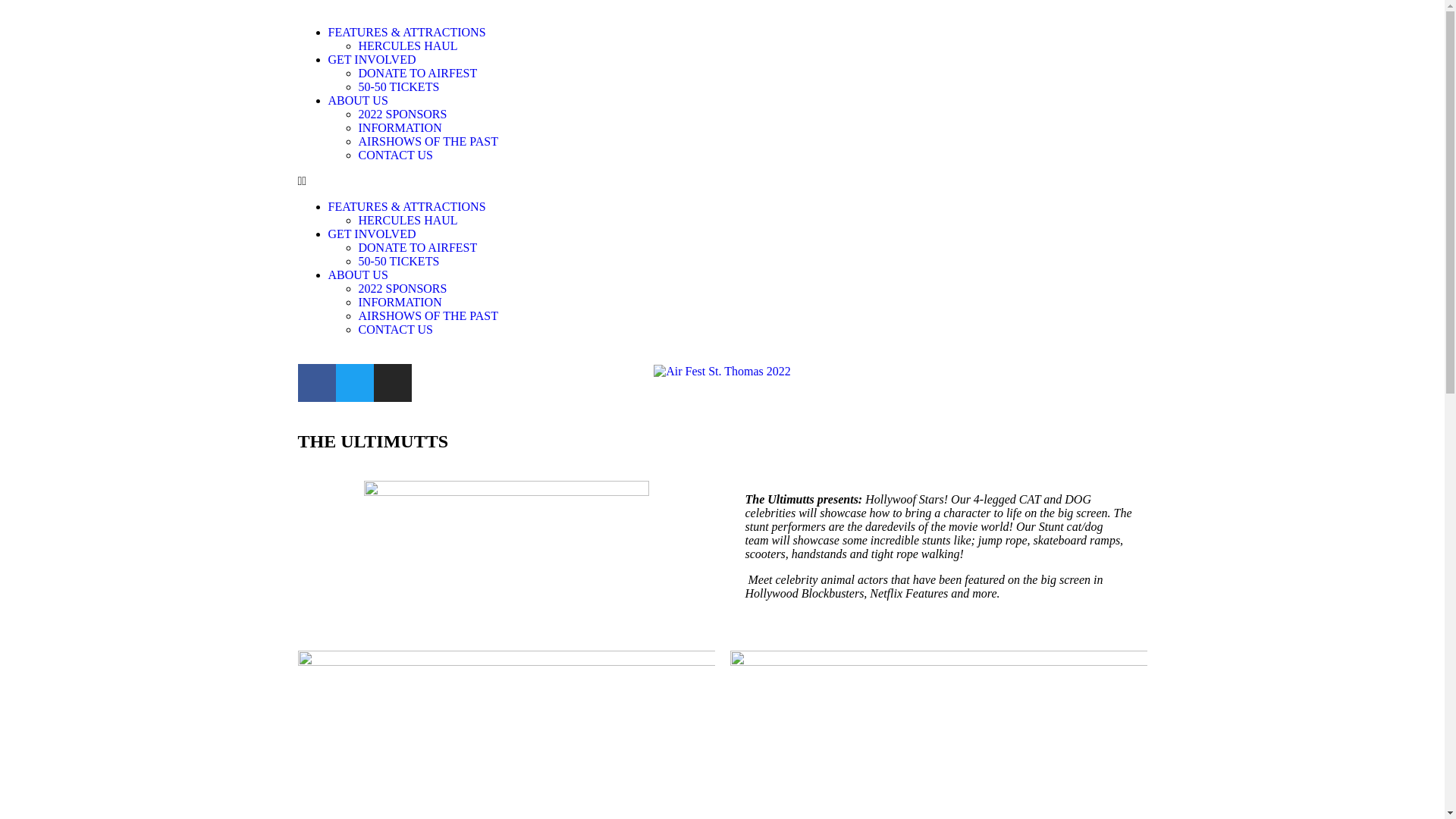 The width and height of the screenshot is (1456, 819). I want to click on 'GET INVOLVED', so click(371, 234).